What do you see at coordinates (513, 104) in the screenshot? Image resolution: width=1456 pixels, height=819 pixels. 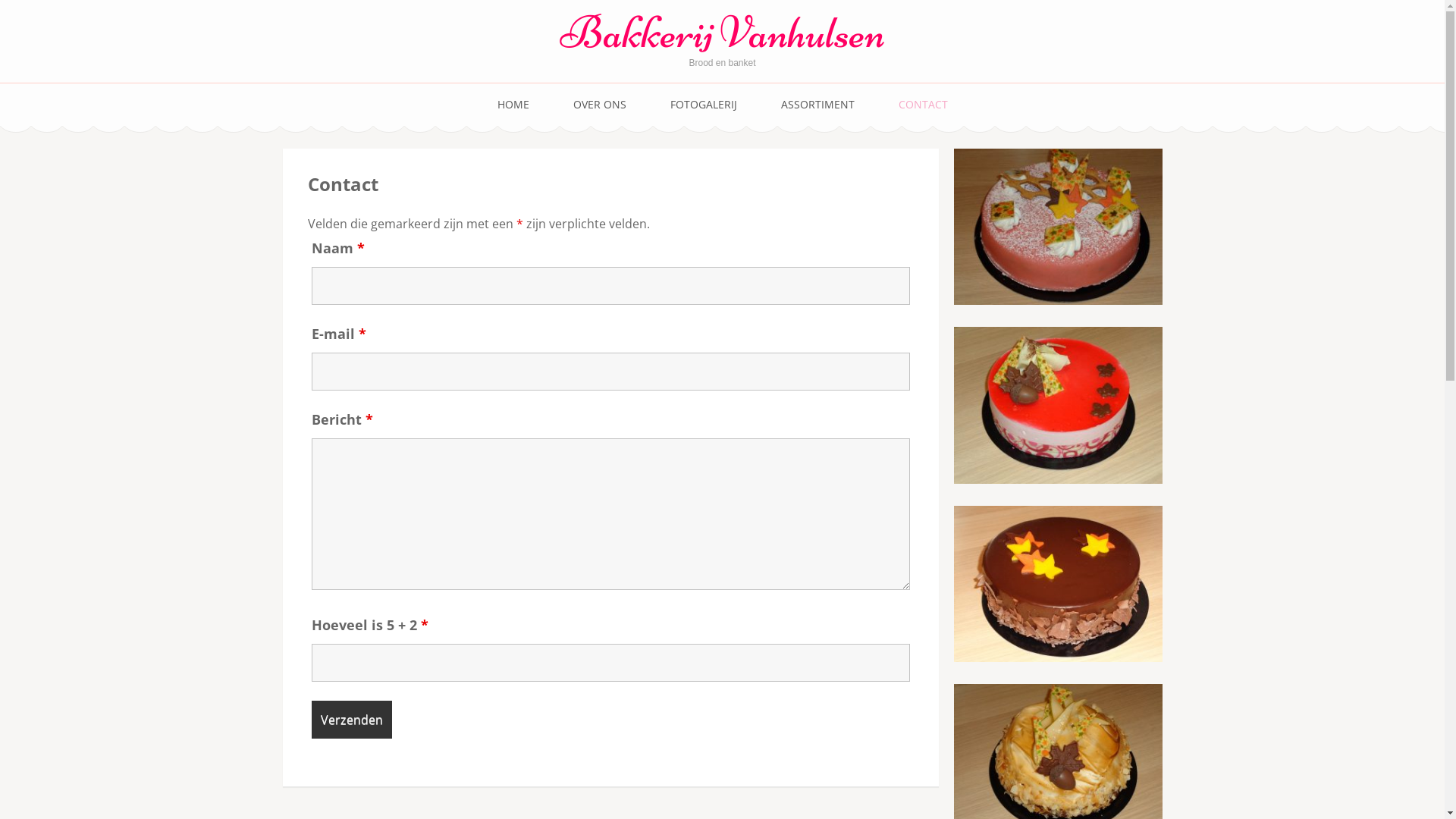 I see `'HOME'` at bounding box center [513, 104].